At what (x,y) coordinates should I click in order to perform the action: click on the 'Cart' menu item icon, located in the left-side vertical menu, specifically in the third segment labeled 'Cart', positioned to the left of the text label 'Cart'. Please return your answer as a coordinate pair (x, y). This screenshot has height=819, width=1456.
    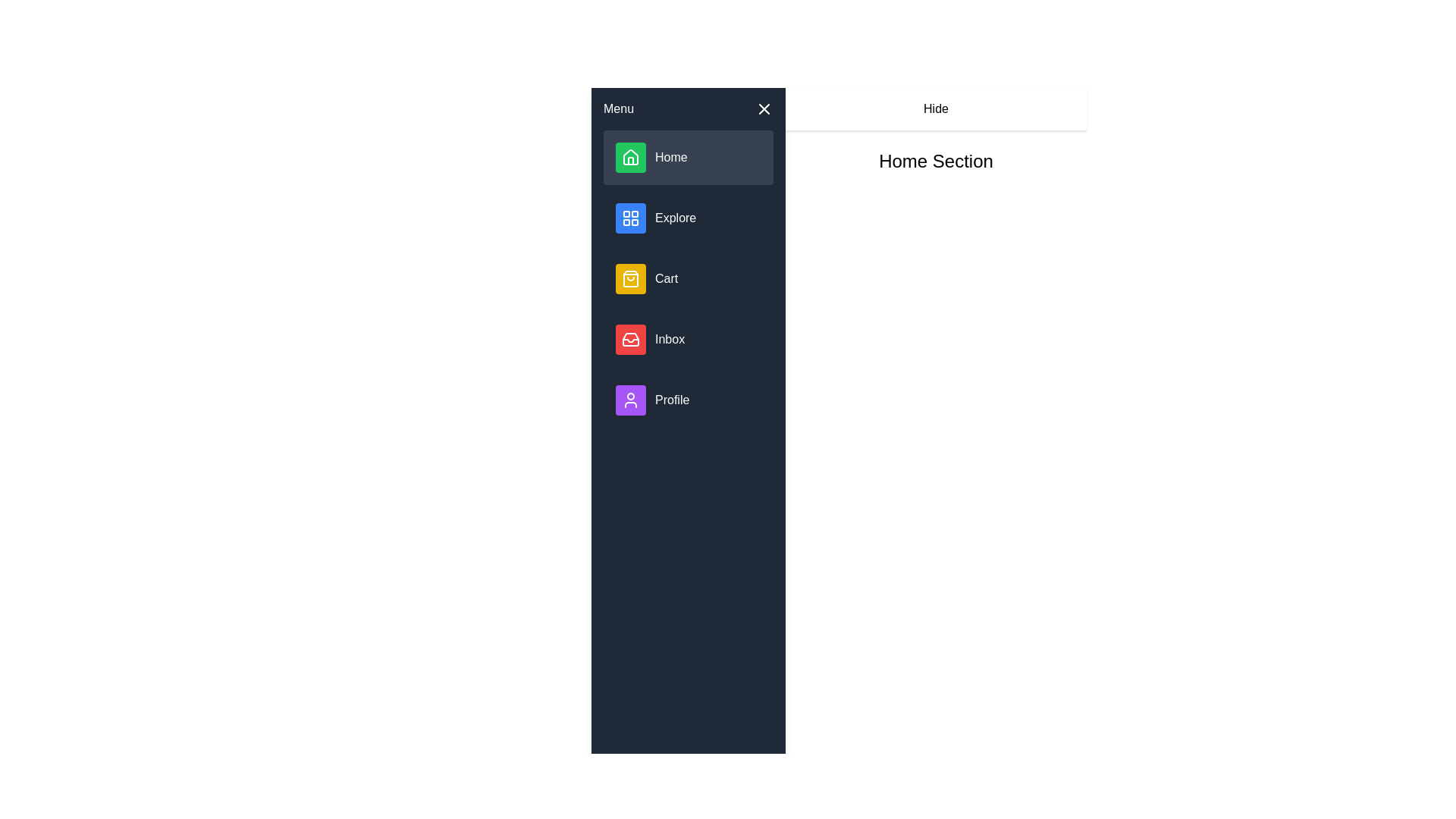
    Looking at the image, I should click on (630, 278).